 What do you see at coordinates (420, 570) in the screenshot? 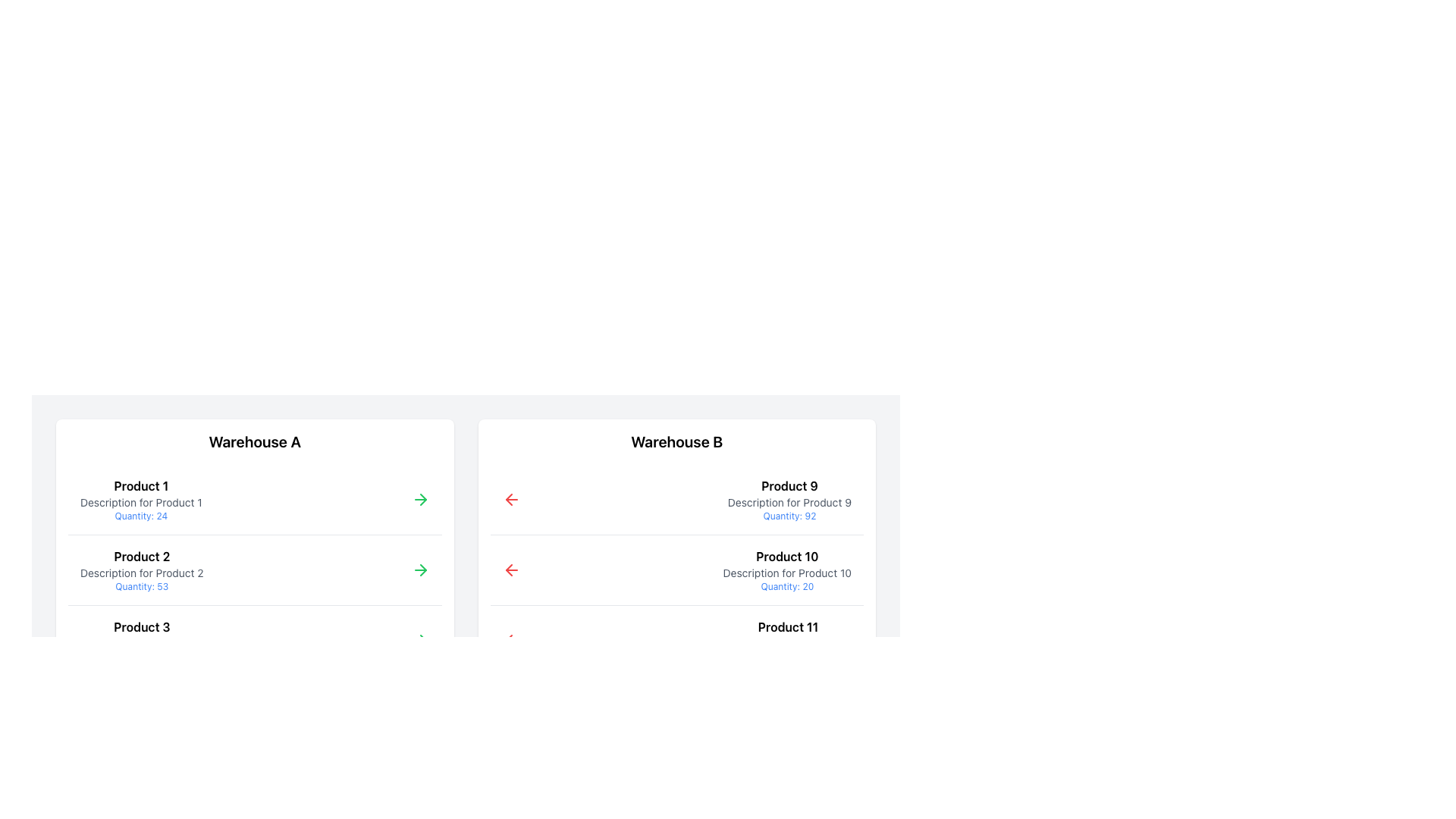
I see `the green arrow icon button pointing to the right, located in the second row of the 'Warehouse A' section, to move forward` at bounding box center [420, 570].